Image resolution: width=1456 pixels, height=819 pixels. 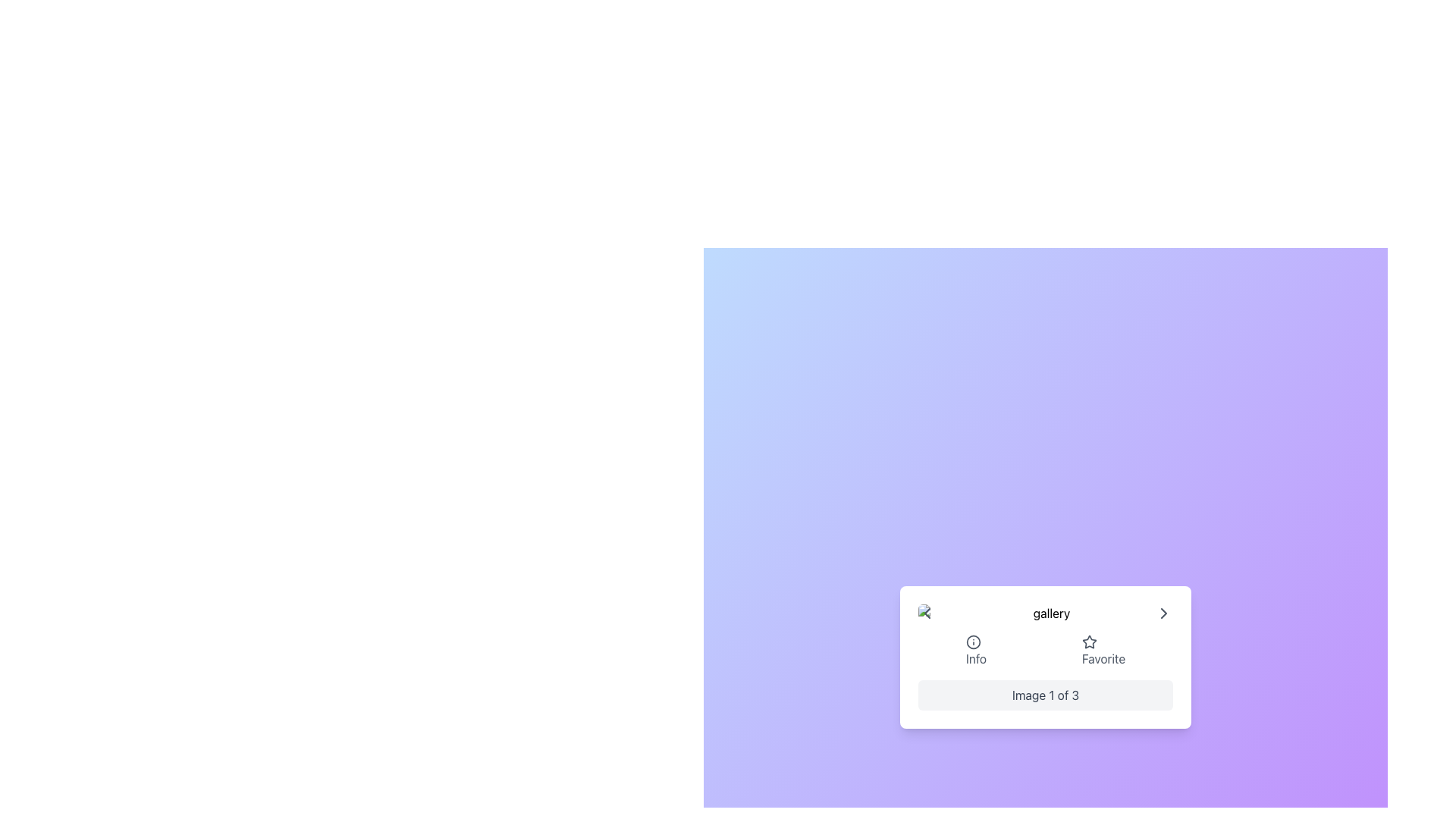 I want to click on the left-pointing gray arrow icon used for navigation in the gallery to change its color to indigo, so click(x=927, y=613).